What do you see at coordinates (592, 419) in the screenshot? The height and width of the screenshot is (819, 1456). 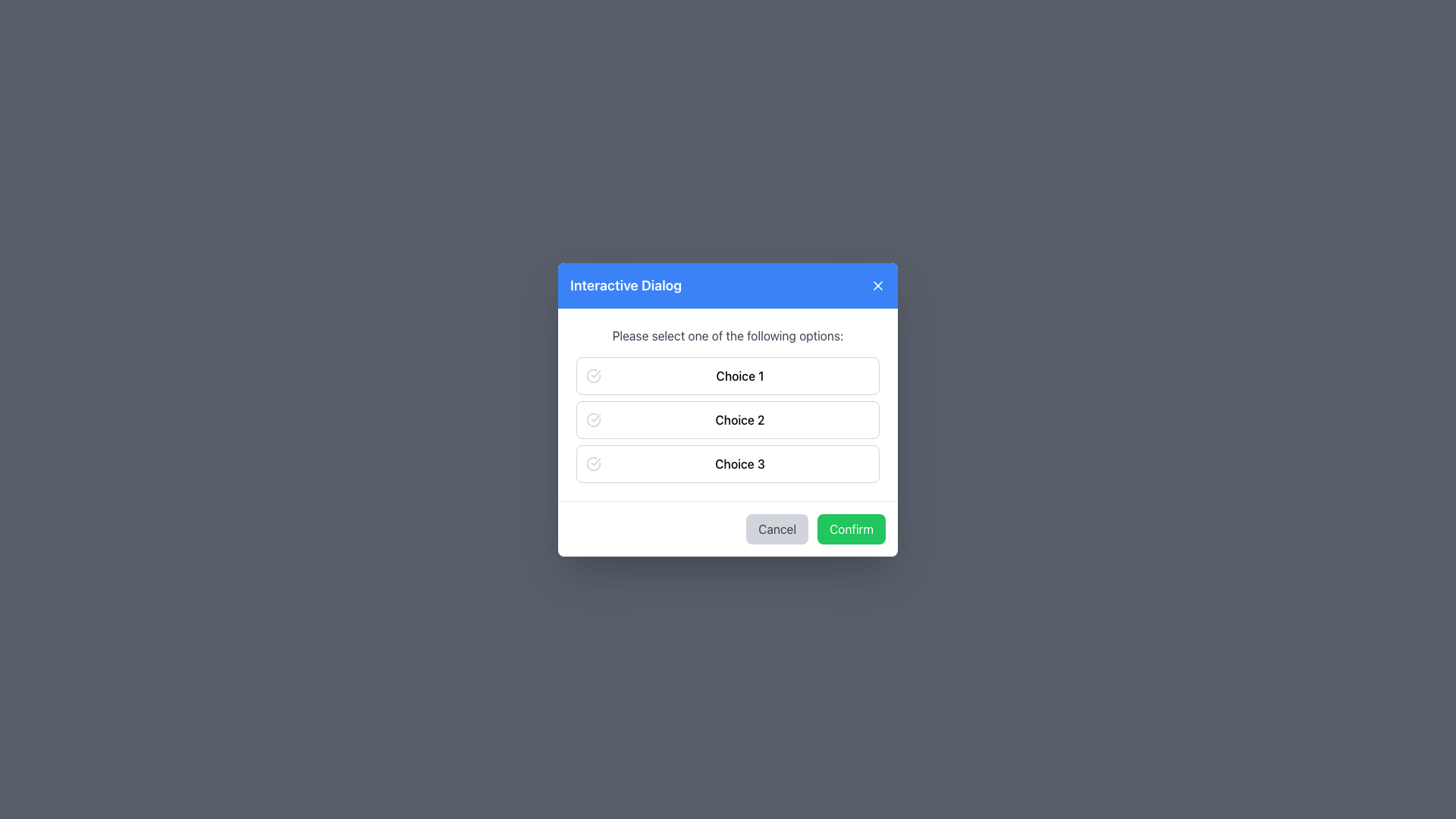 I see `the checkmark icon within a circle located to the left of the 'Choice 2' text in the centered dialog box` at bounding box center [592, 419].